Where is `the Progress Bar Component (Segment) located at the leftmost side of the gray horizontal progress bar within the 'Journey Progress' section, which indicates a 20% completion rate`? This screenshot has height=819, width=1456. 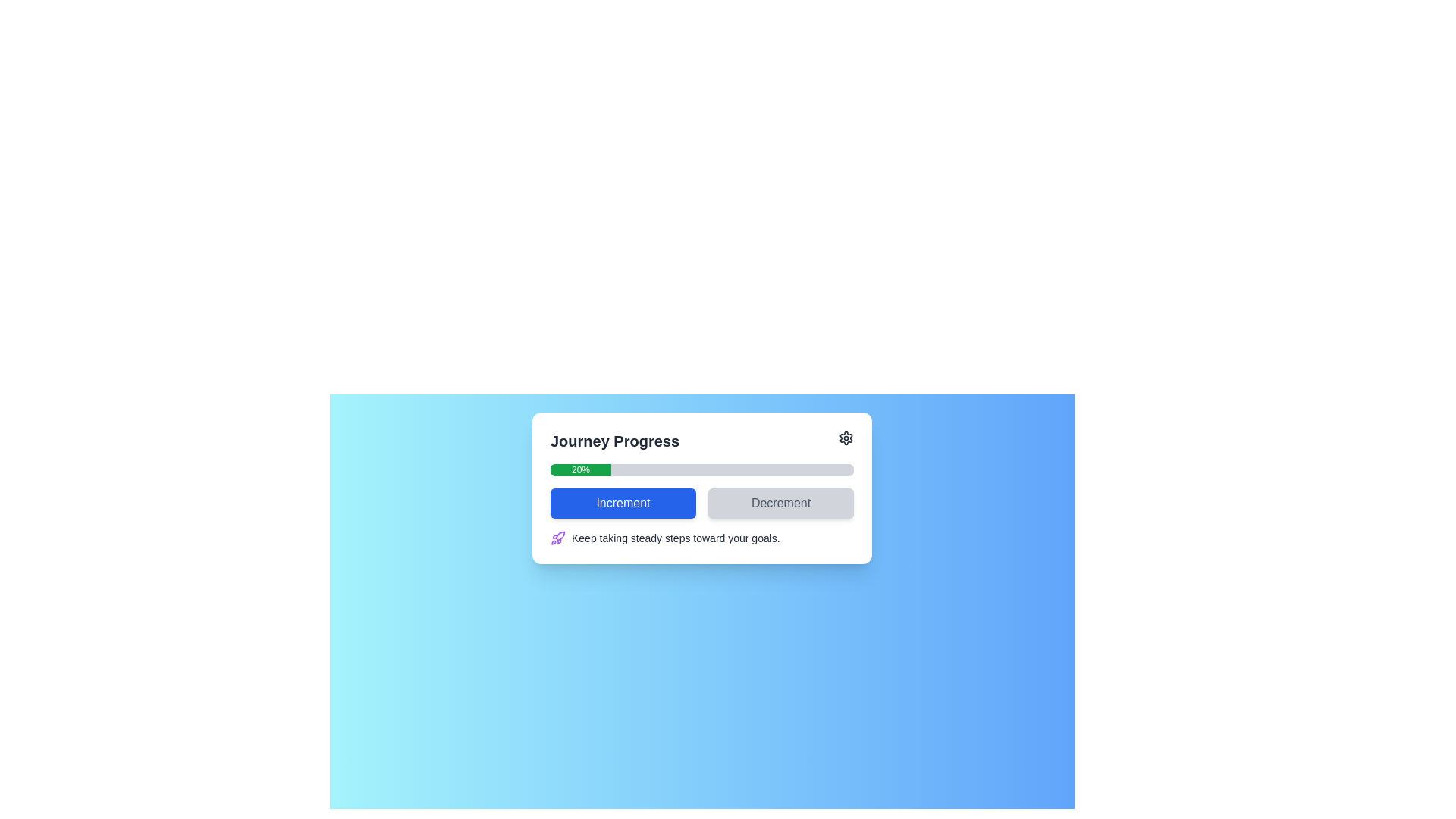 the Progress Bar Component (Segment) located at the leftmost side of the gray horizontal progress bar within the 'Journey Progress' section, which indicates a 20% completion rate is located at coordinates (580, 469).